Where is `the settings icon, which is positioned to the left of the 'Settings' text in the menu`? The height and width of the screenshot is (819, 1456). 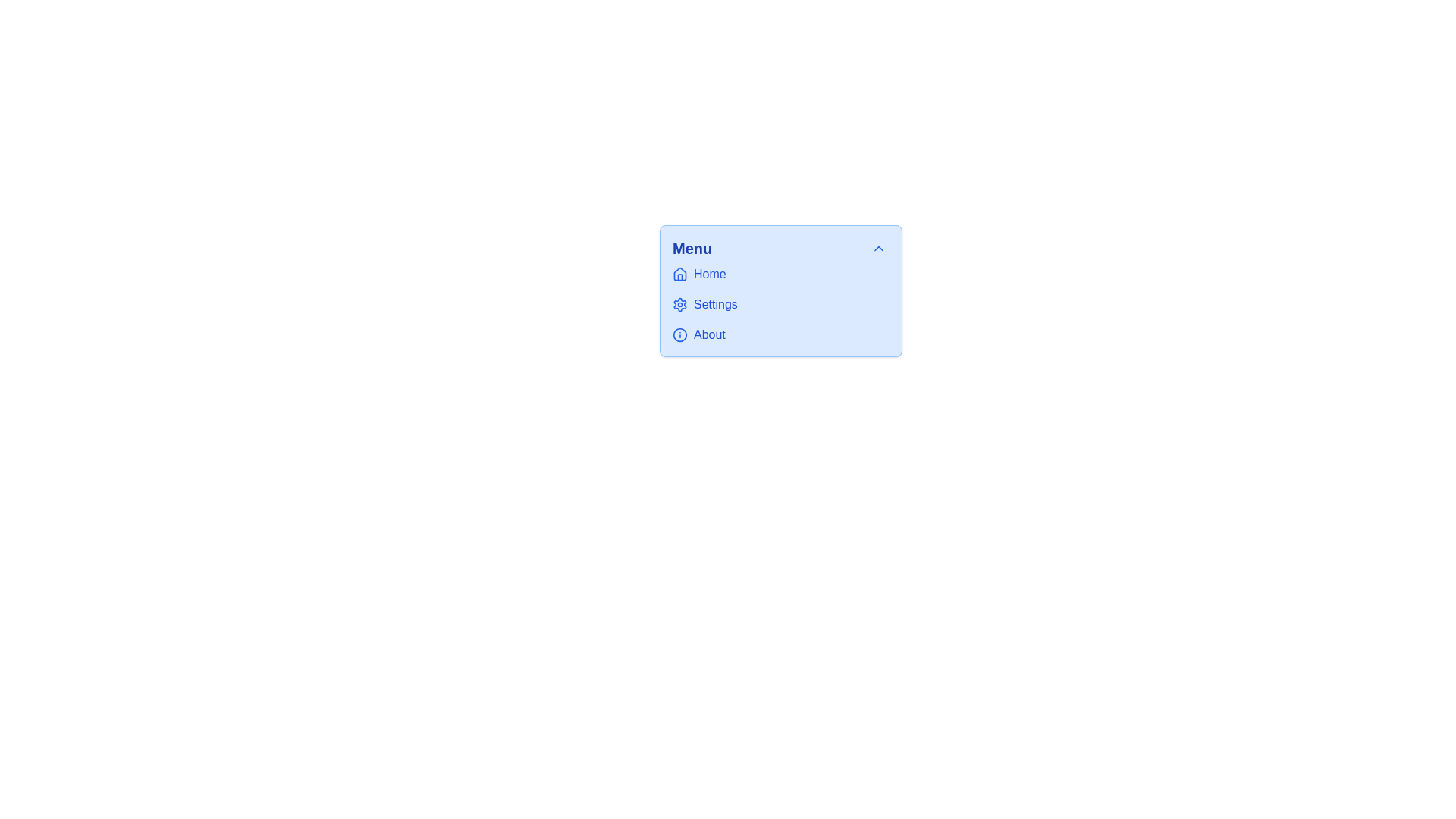 the settings icon, which is positioned to the left of the 'Settings' text in the menu is located at coordinates (679, 304).